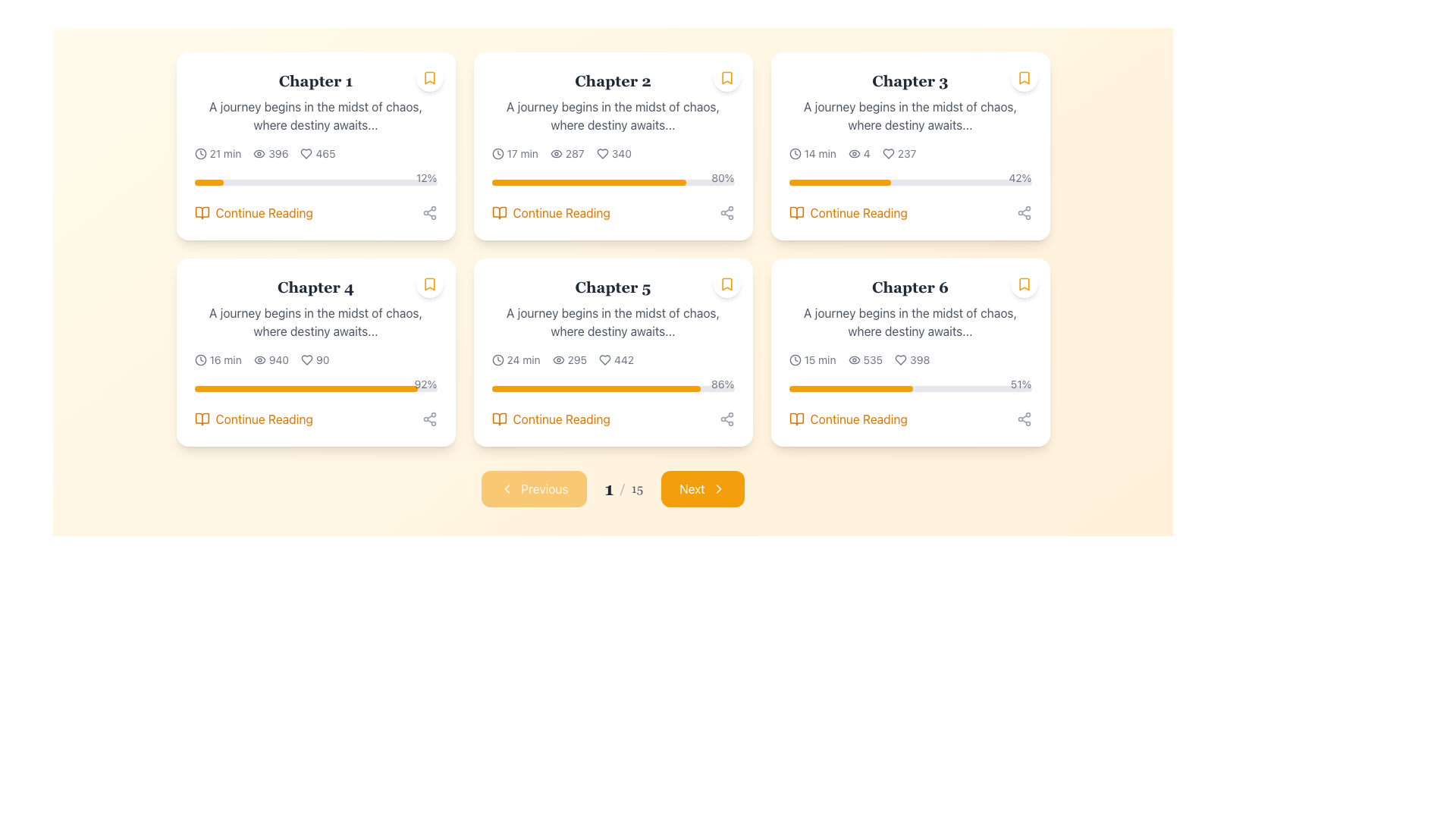 The image size is (1456, 819). What do you see at coordinates (604, 359) in the screenshot?
I see `the favorite icon located next to the number '442' in the details of the card titled 'Chapter 5' in the fifth slot of the grid` at bounding box center [604, 359].